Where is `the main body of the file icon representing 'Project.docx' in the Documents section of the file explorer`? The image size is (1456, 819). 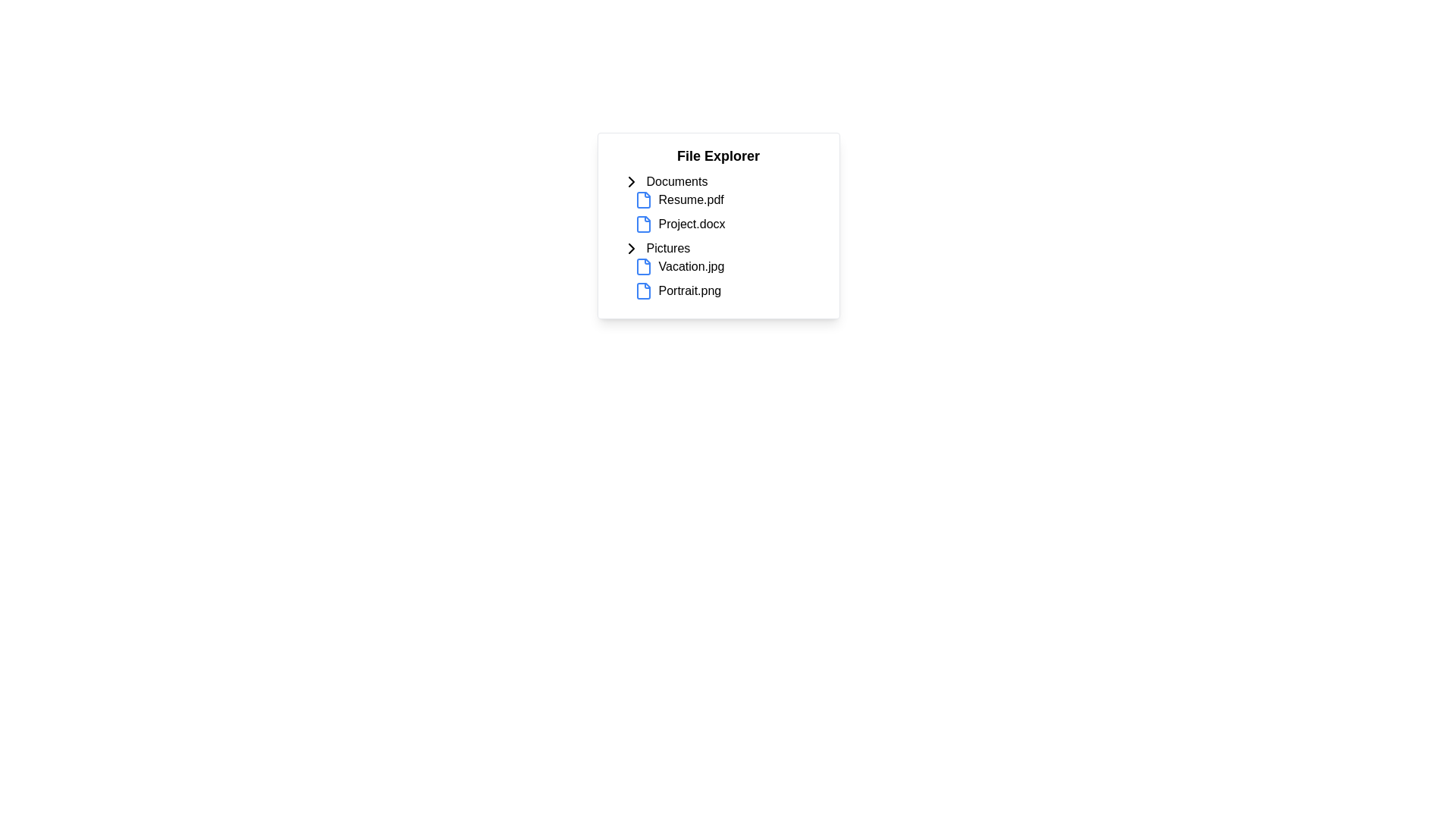 the main body of the file icon representing 'Project.docx' in the Documents section of the file explorer is located at coordinates (643, 224).